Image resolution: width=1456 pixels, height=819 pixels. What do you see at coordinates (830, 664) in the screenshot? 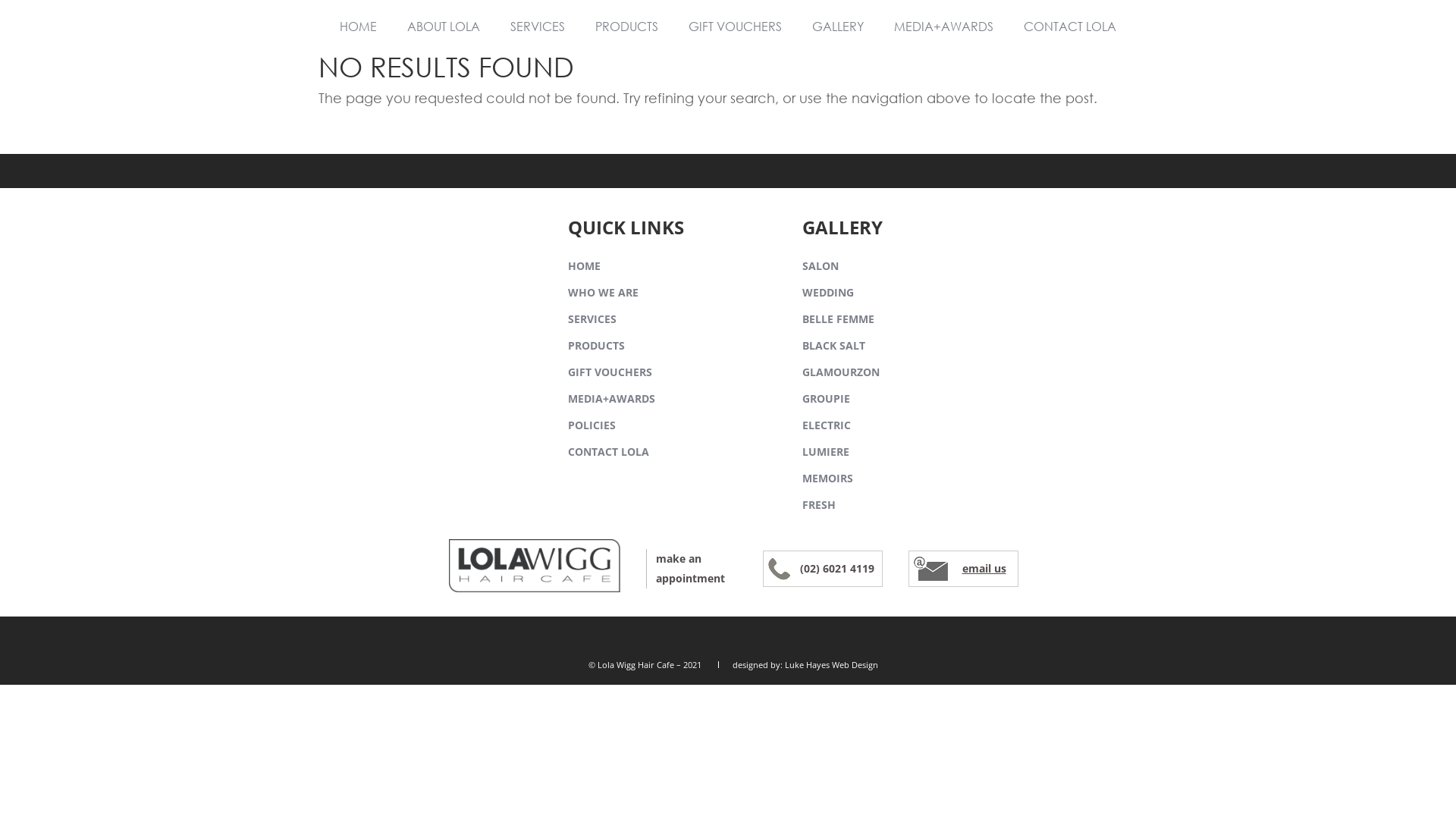
I see `'Luke Hayes Web Design'` at bounding box center [830, 664].